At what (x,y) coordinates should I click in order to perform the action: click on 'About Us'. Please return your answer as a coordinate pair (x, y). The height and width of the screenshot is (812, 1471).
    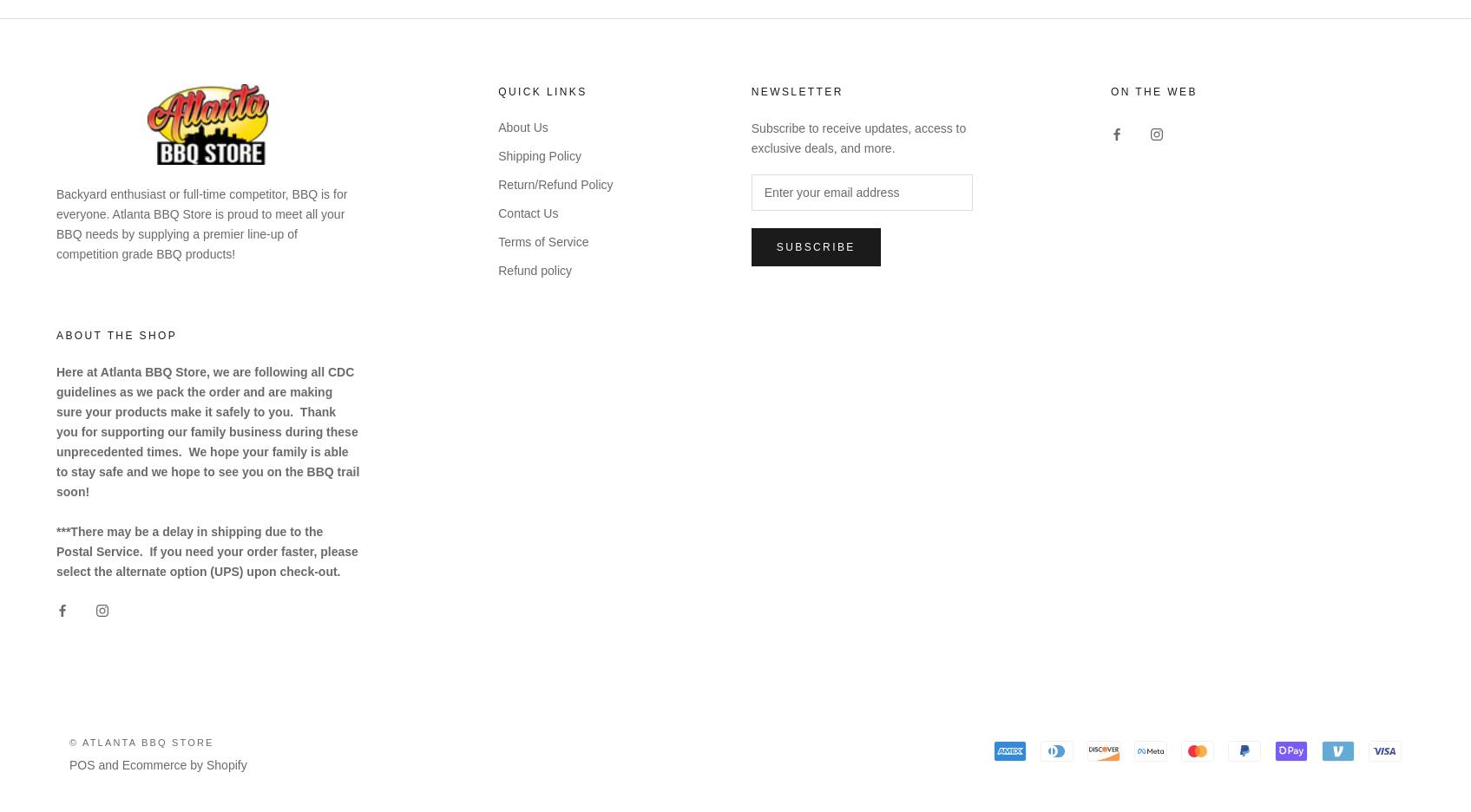
    Looking at the image, I should click on (522, 127).